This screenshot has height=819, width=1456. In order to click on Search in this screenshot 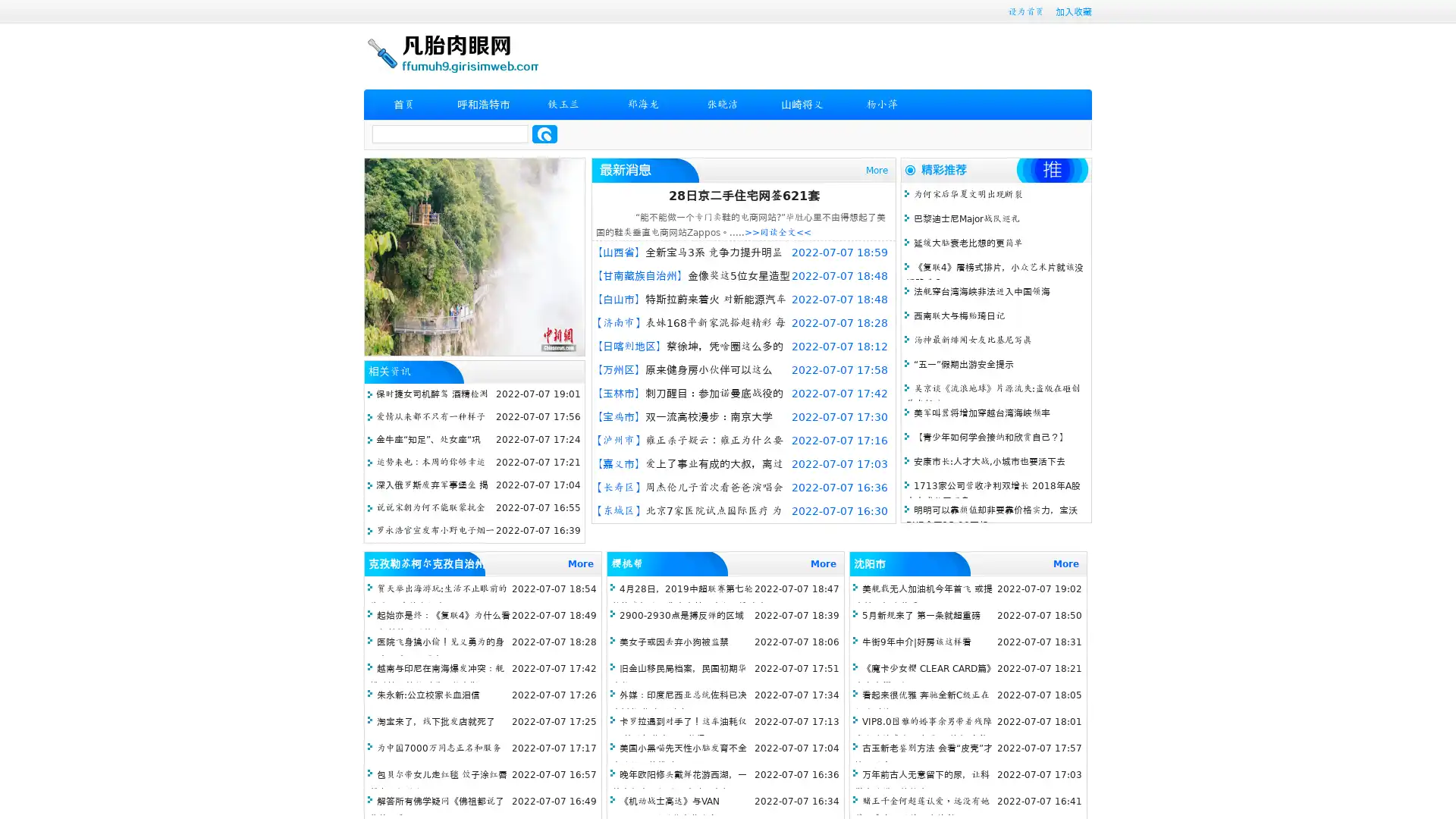, I will do `click(544, 133)`.